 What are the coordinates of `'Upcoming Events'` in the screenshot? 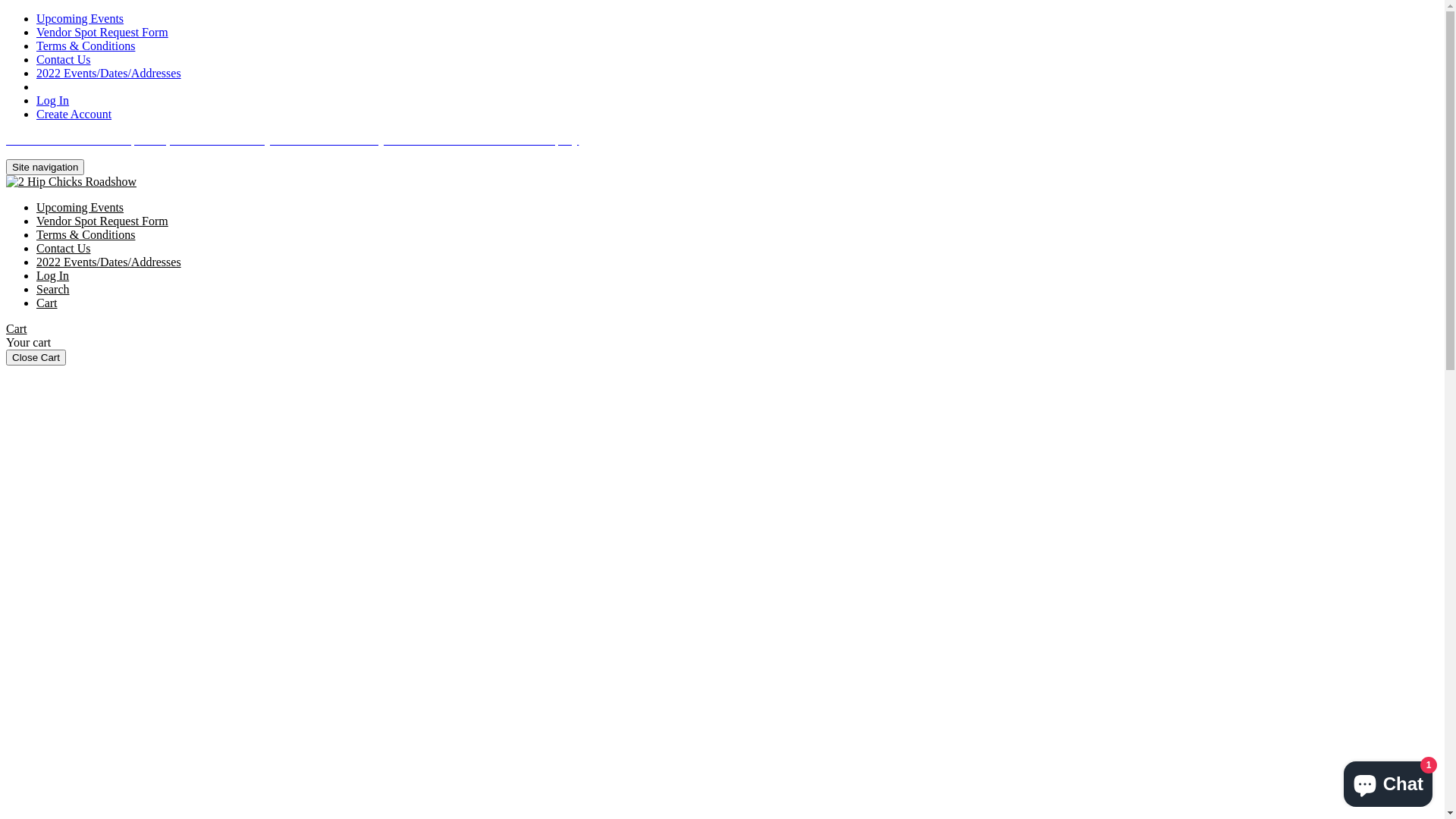 It's located at (79, 207).